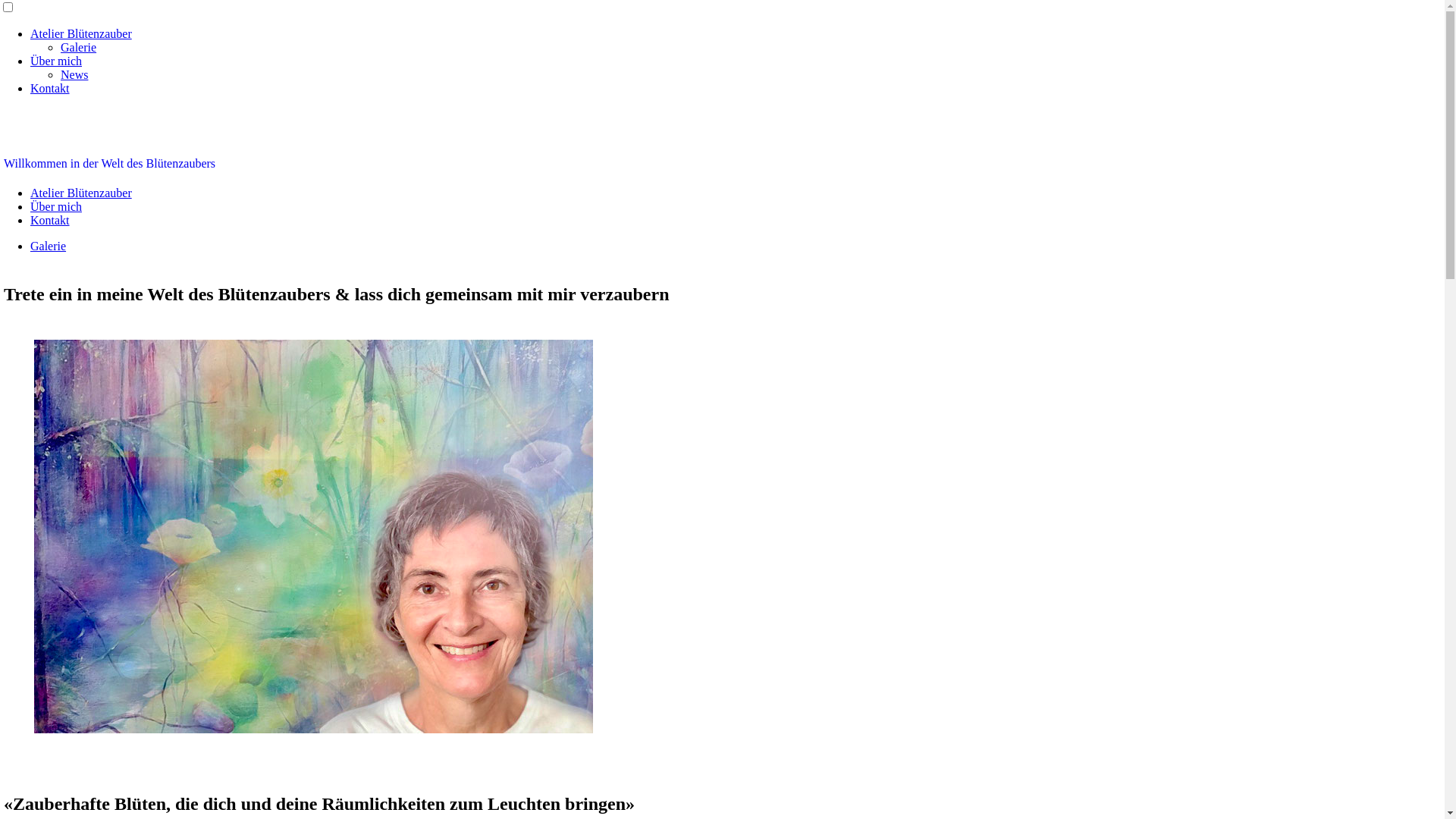 The width and height of the screenshot is (1456, 819). Describe the element at coordinates (73, 74) in the screenshot. I see `'News'` at that location.